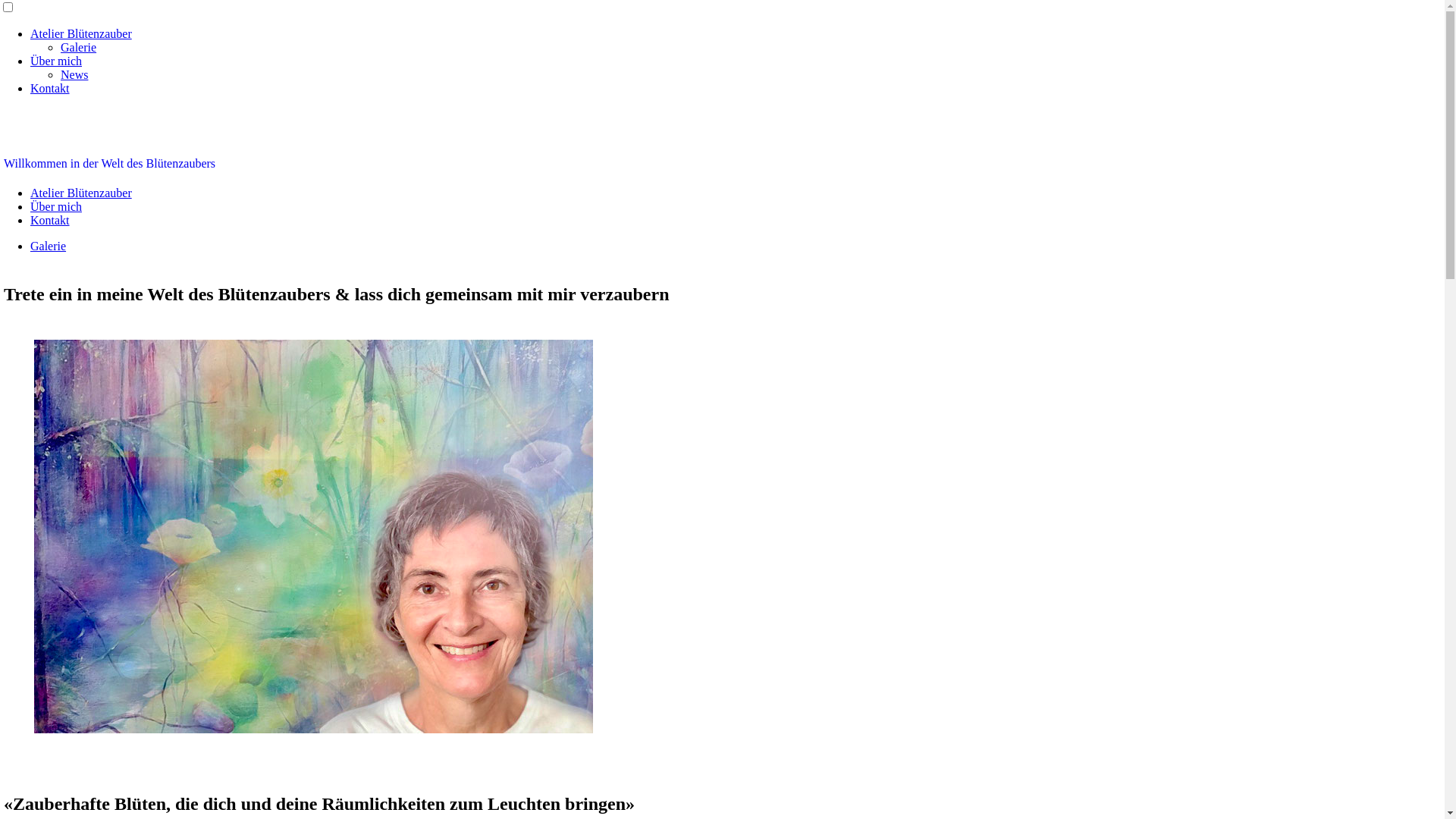 The width and height of the screenshot is (1456, 819). Describe the element at coordinates (73, 74) in the screenshot. I see `'News'` at that location.